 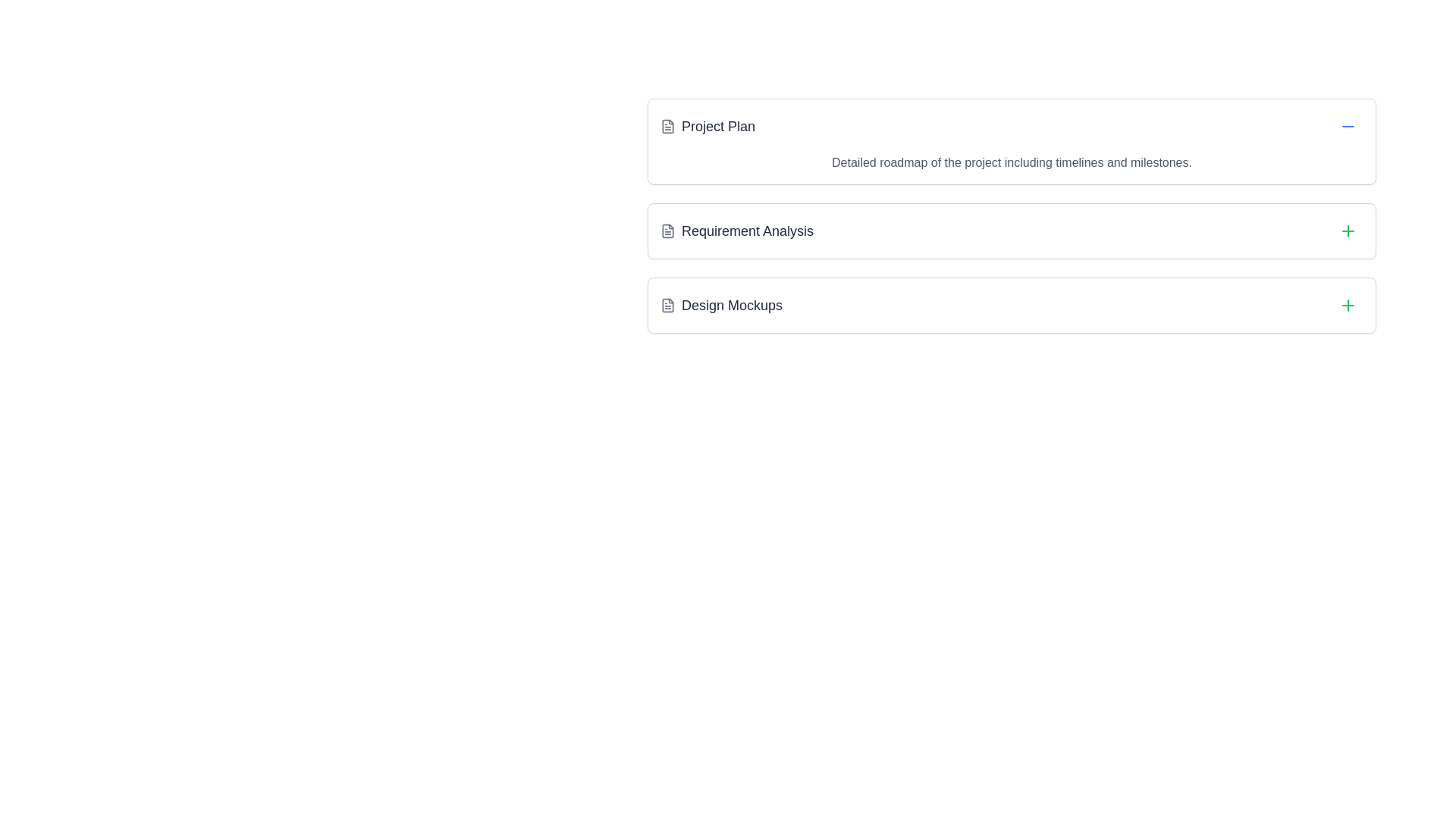 I want to click on the icon button located to the right of the 'Requirement Analysis' item in the second row of the list, so click(x=1348, y=305).